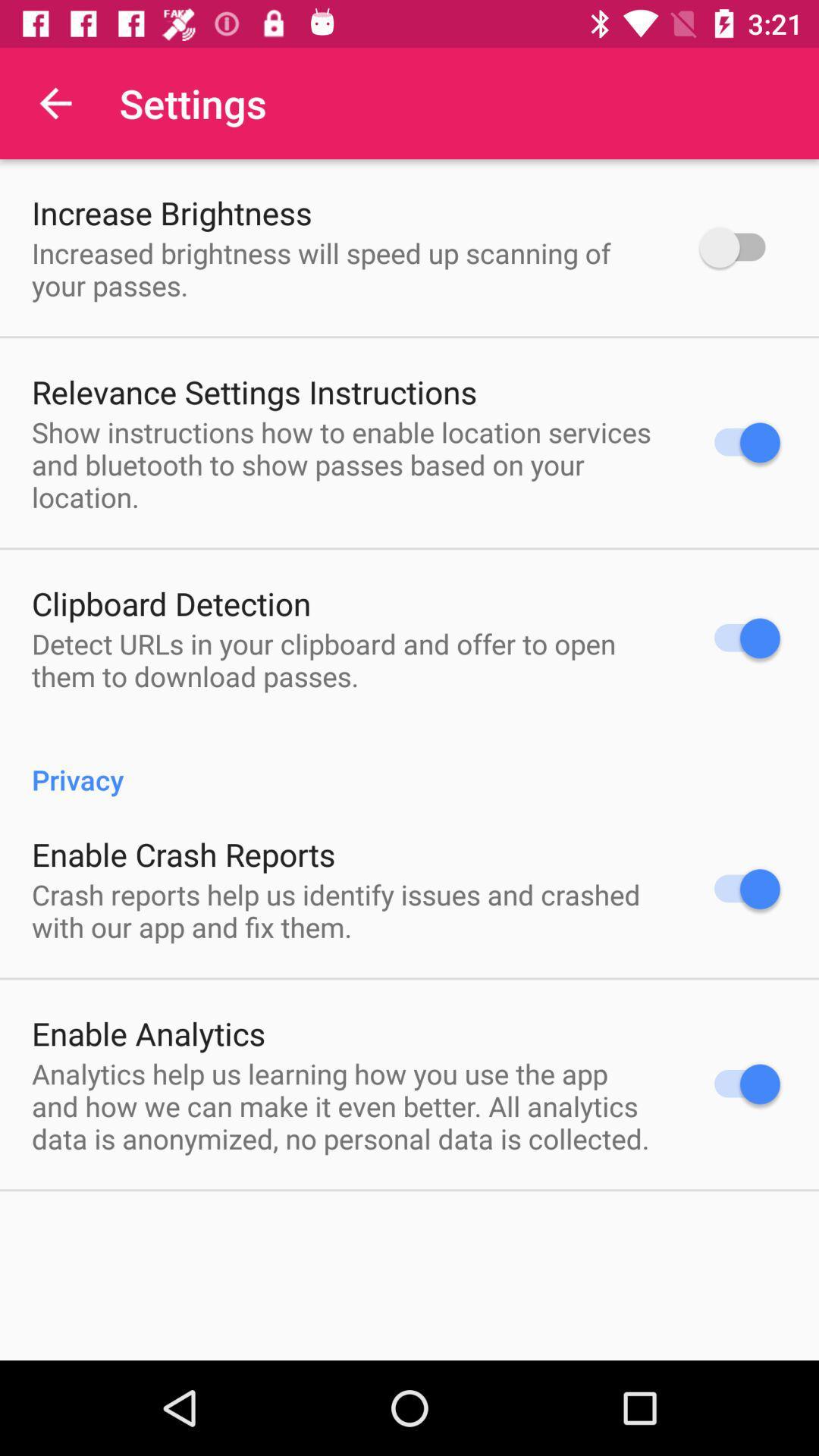 This screenshot has width=819, height=1456. What do you see at coordinates (55, 102) in the screenshot?
I see `the app to the left of the settings icon` at bounding box center [55, 102].